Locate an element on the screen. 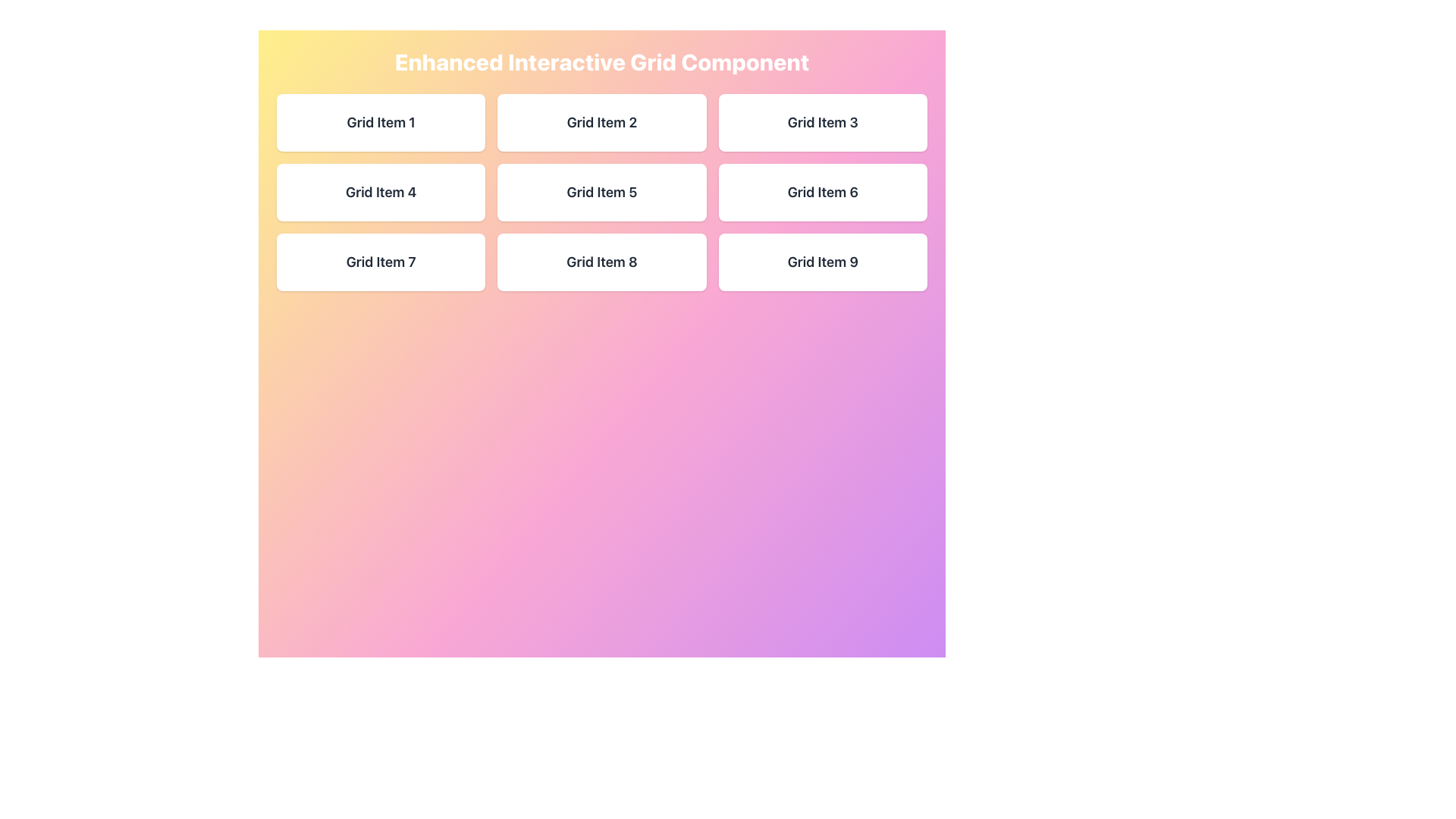 The height and width of the screenshot is (819, 1456). the button-like interactive grid card located in the second row and second column of the grid structure is located at coordinates (601, 192).